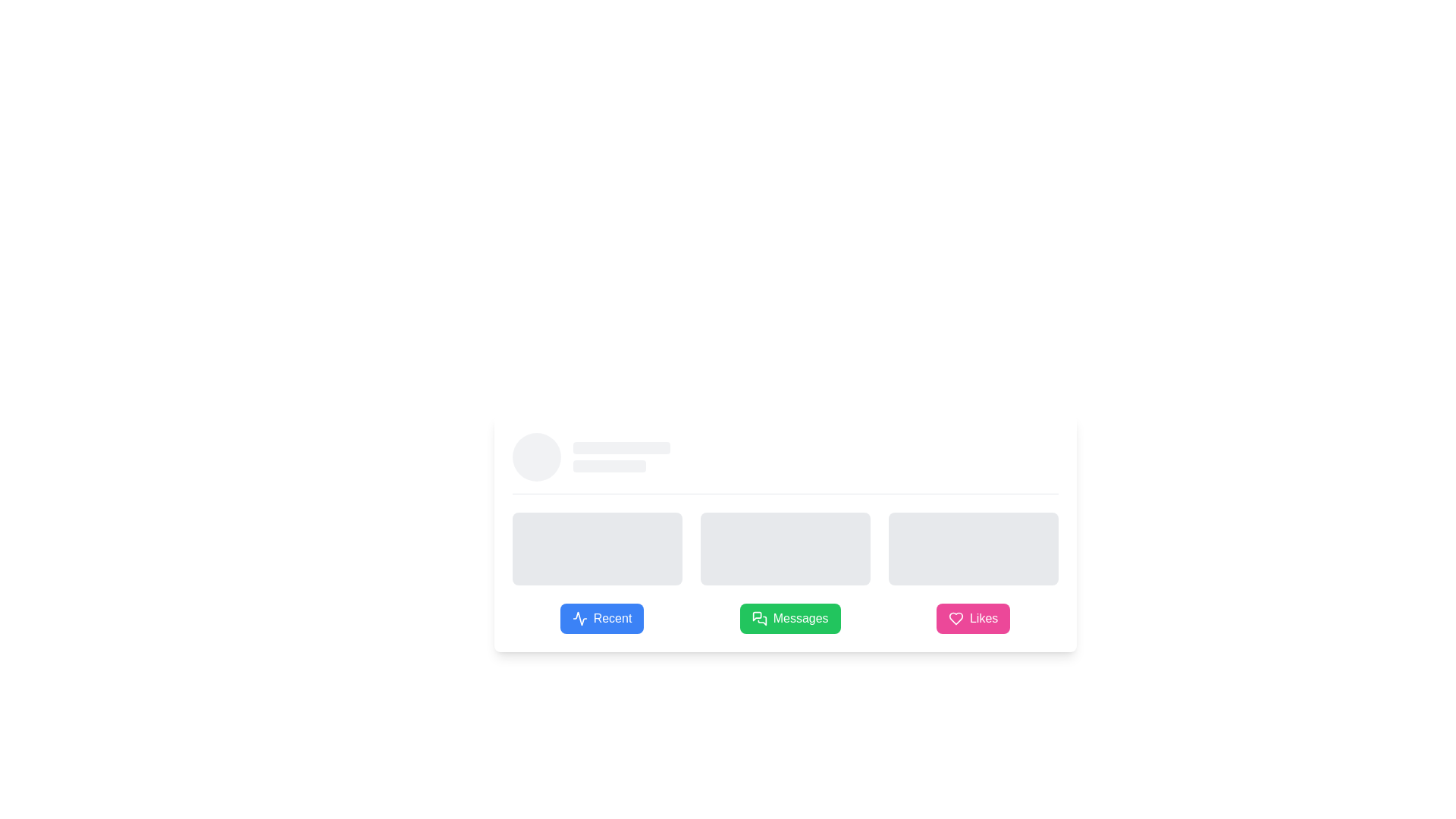 Image resolution: width=1456 pixels, height=819 pixels. What do you see at coordinates (785, 549) in the screenshot?
I see `the middle loading skeleton placeholder, which has a gray background and rounded corners, indicating a loading state with a pulsing animation` at bounding box center [785, 549].